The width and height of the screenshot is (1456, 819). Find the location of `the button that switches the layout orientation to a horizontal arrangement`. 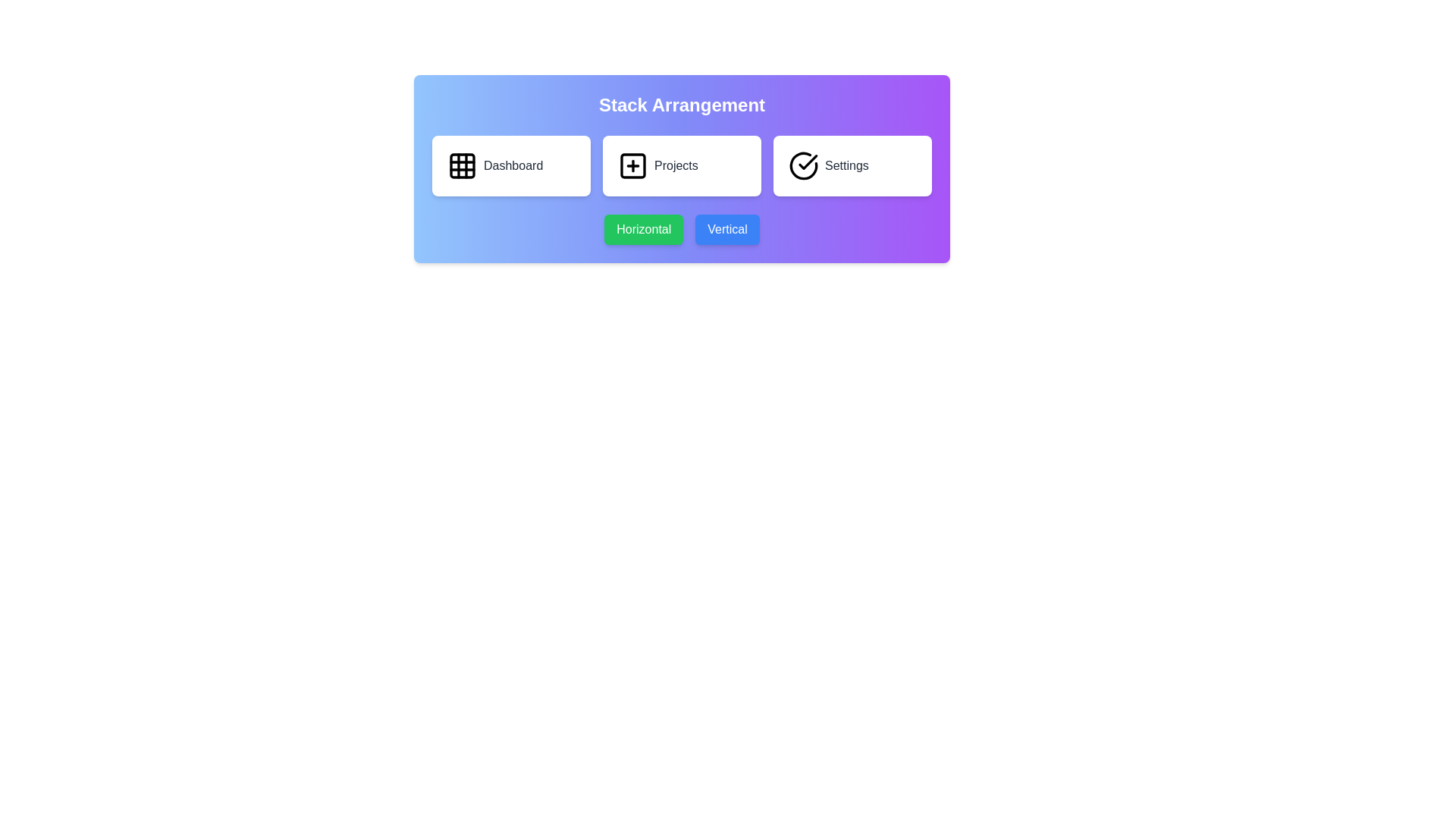

the button that switches the layout orientation to a horizontal arrangement is located at coordinates (644, 230).